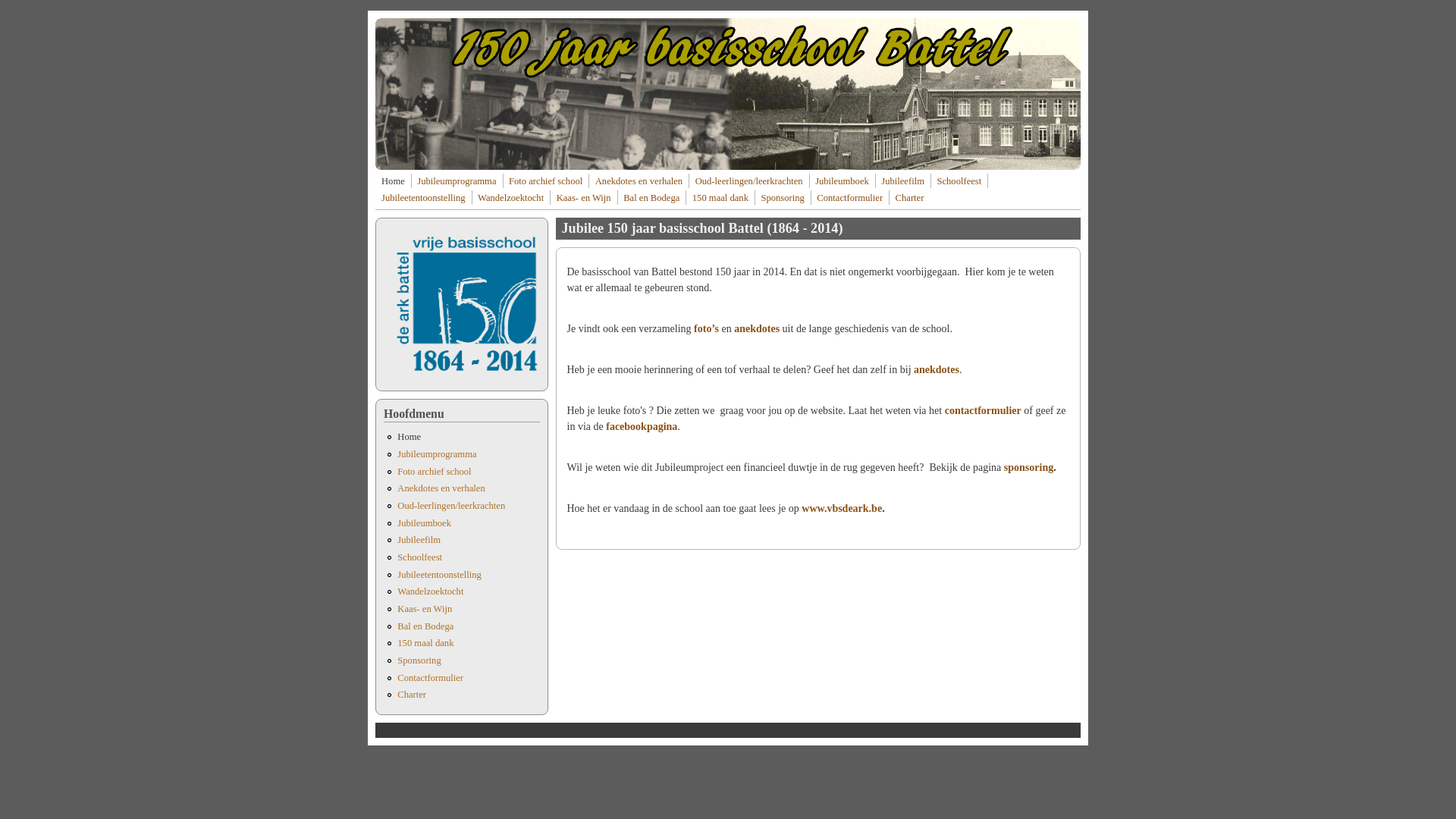 The height and width of the screenshot is (819, 1456). I want to click on 'Wandelzoektocht', so click(429, 590).